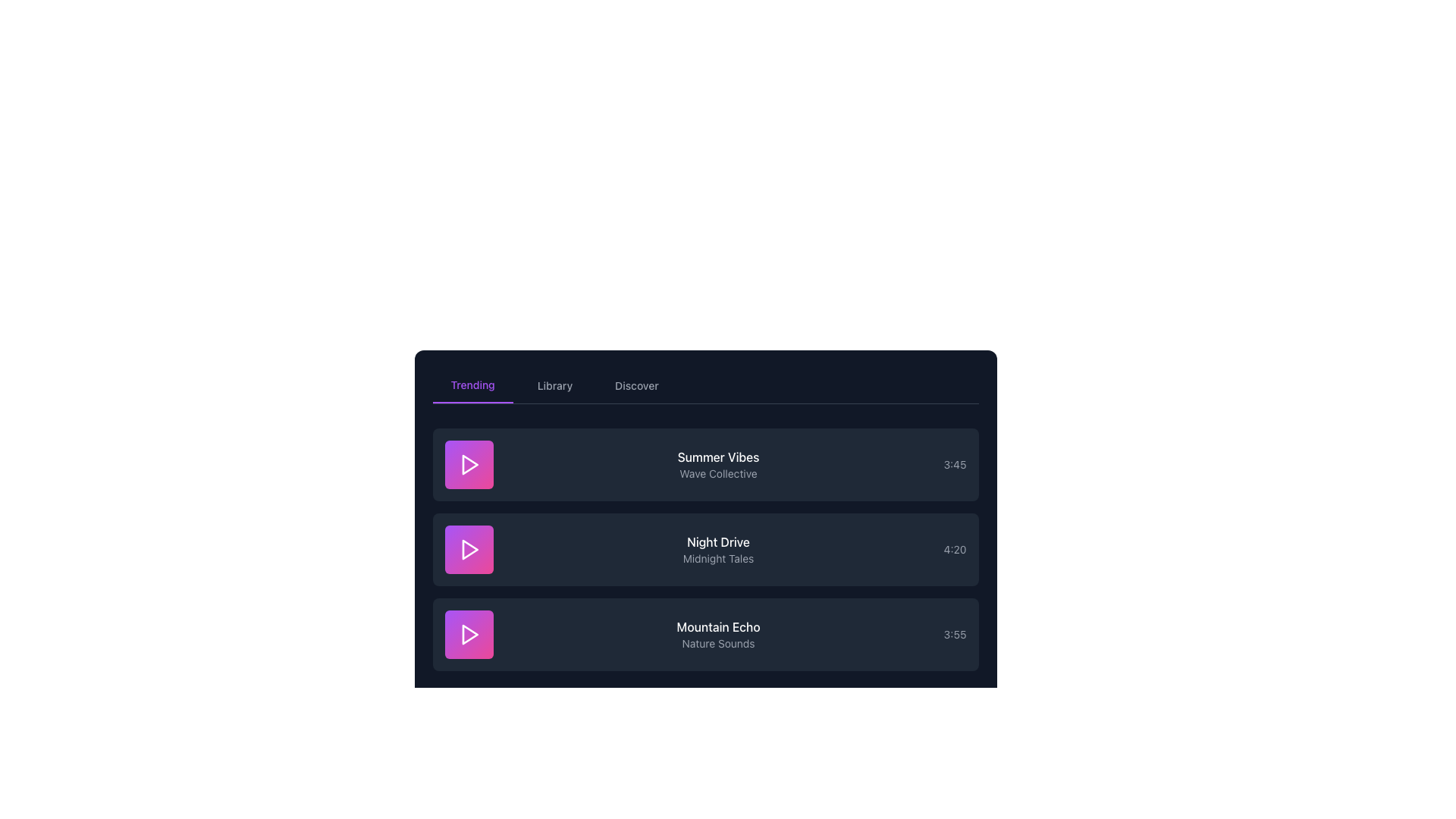 Image resolution: width=1456 pixels, height=819 pixels. What do you see at coordinates (954, 464) in the screenshot?
I see `the static text element displaying '3:45', which is styled in a small, gray font and represents the duration of the track 'Summer Vibes'` at bounding box center [954, 464].